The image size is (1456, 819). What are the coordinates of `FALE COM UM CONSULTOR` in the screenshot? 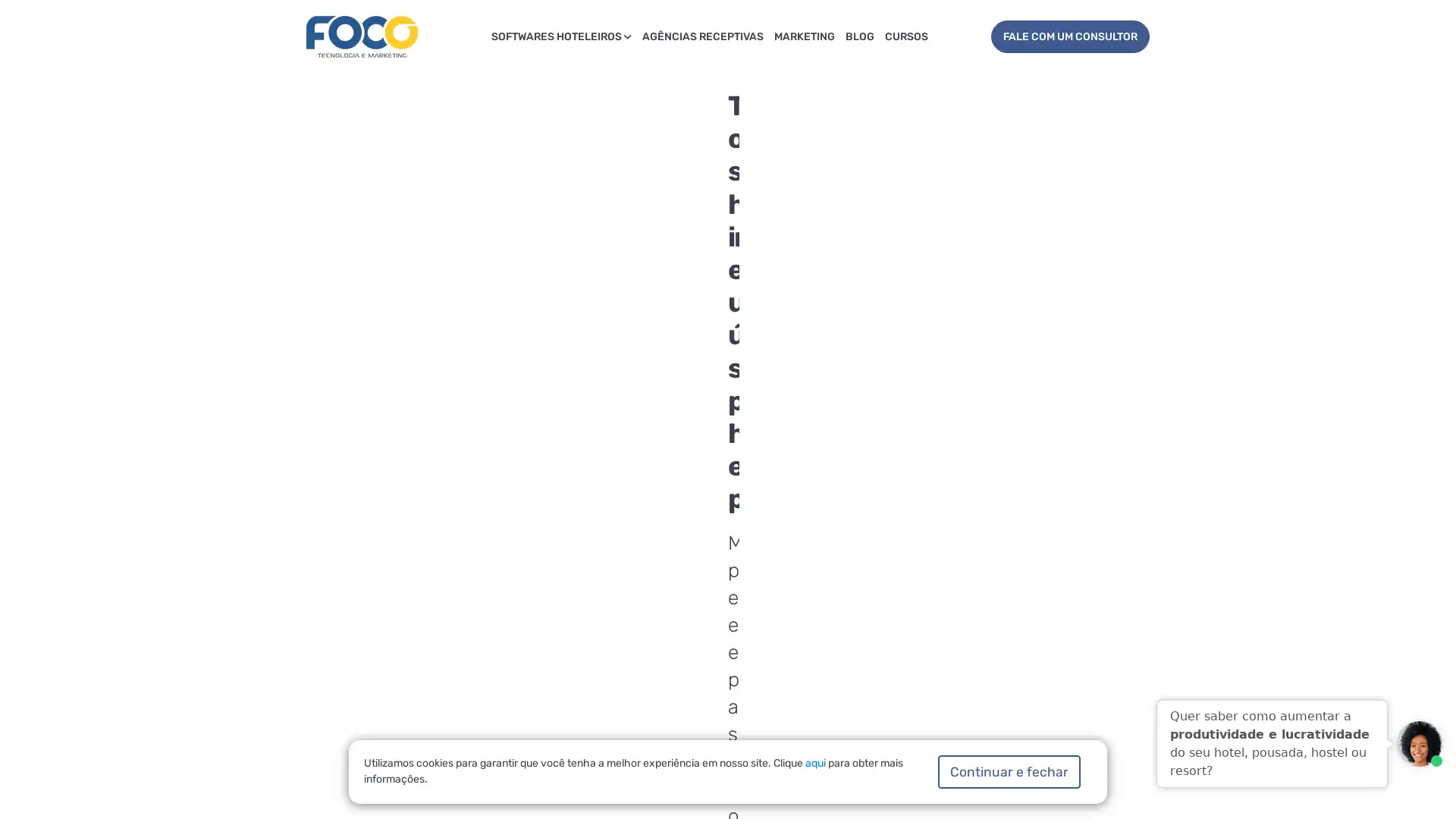 It's located at (1069, 36).